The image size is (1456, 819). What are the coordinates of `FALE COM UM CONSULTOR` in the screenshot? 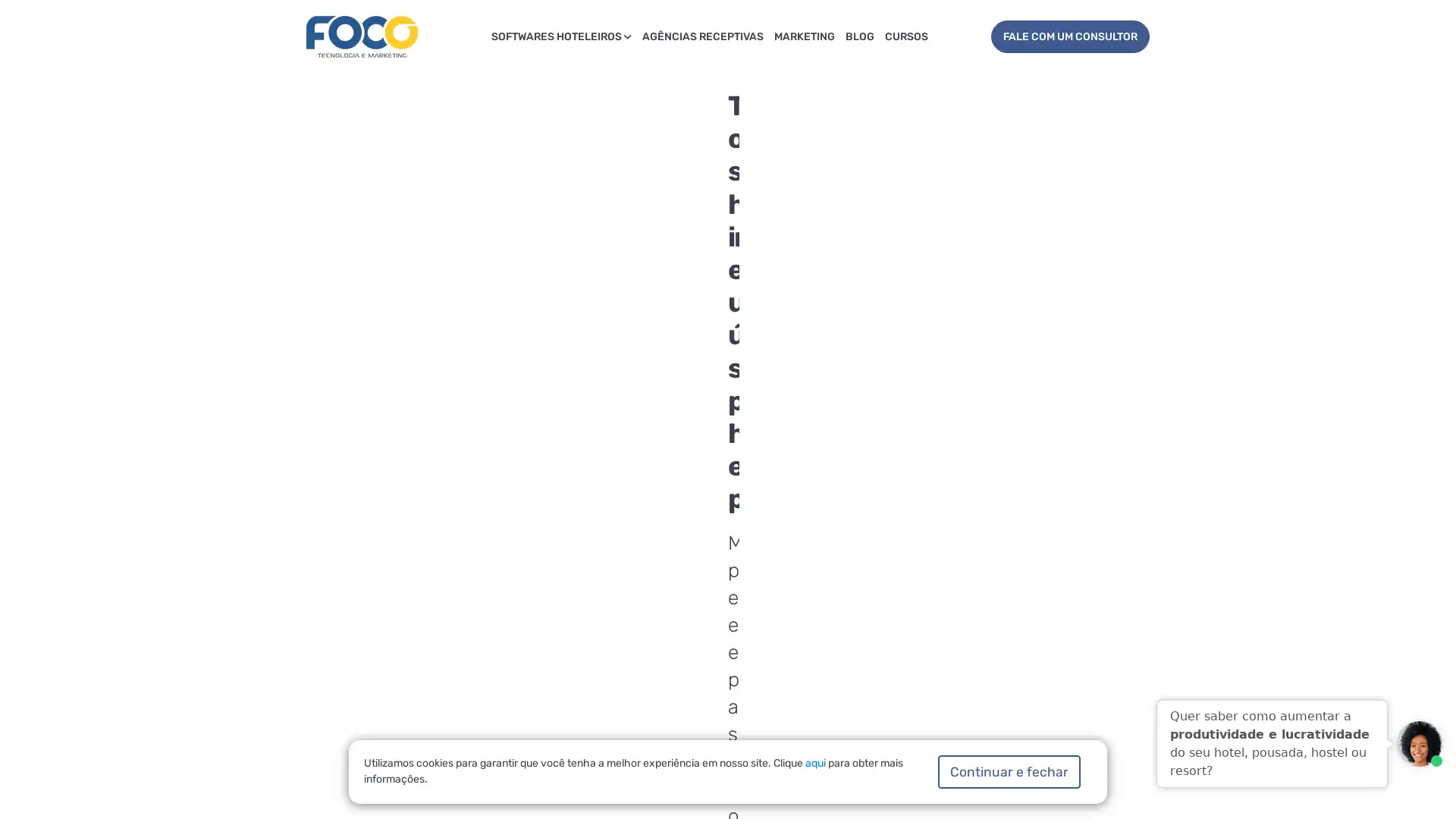 It's located at (1069, 36).